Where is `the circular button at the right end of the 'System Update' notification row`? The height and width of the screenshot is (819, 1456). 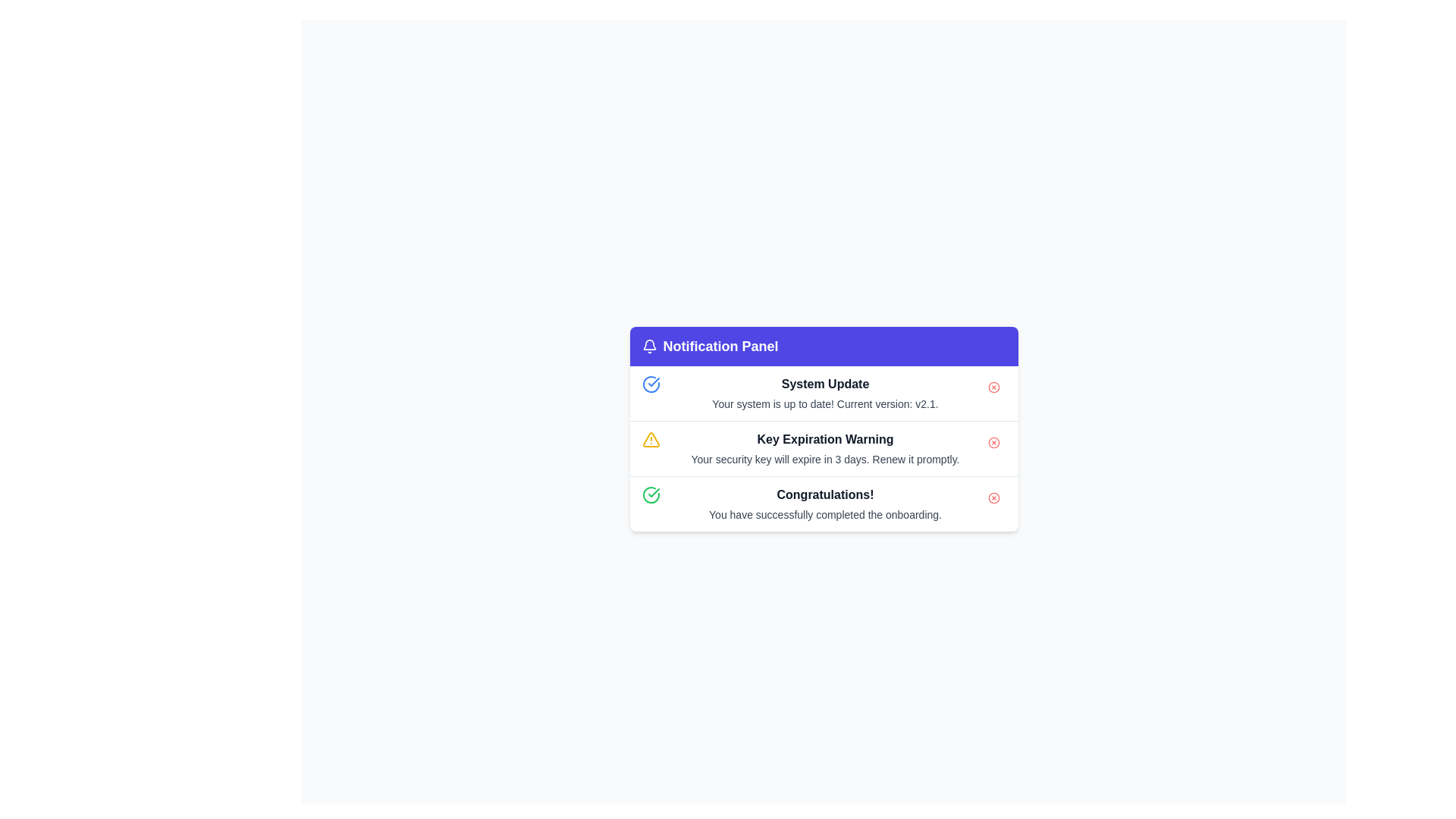 the circular button at the right end of the 'System Update' notification row is located at coordinates (993, 386).